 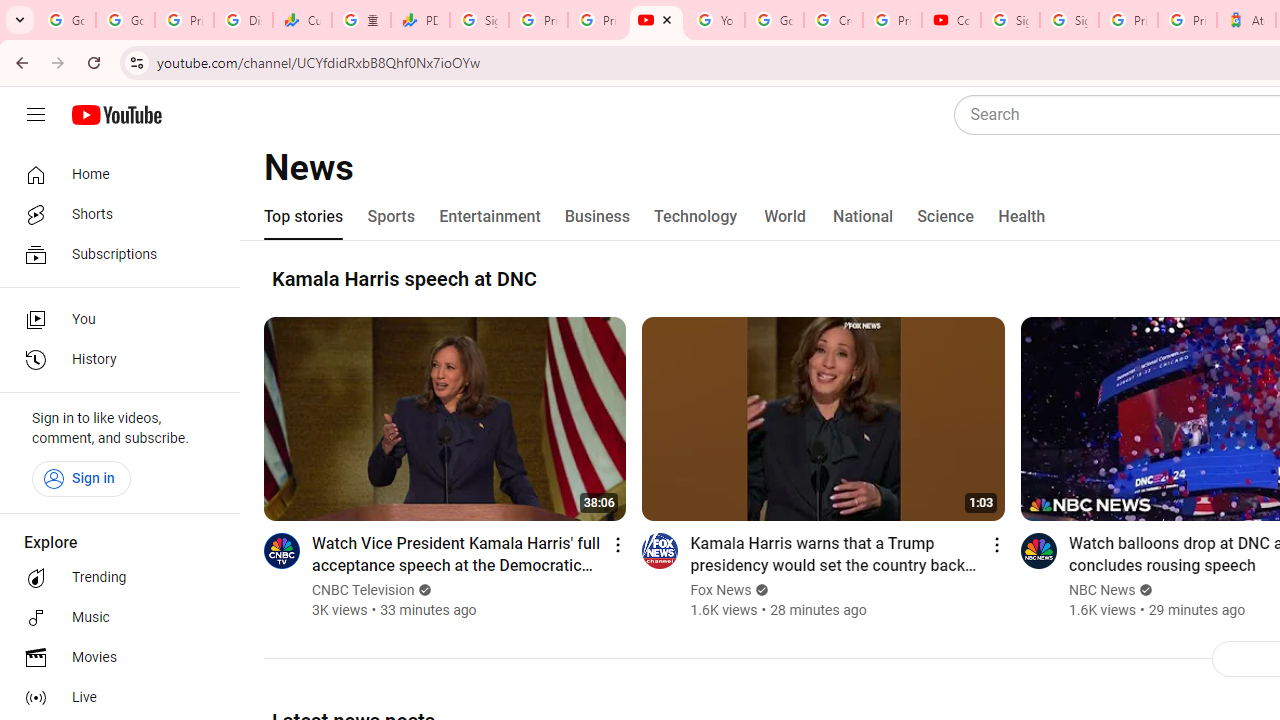 I want to click on 'PDD Holdings Inc - ADR (PDD) Price & News - Google Finance', so click(x=419, y=20).